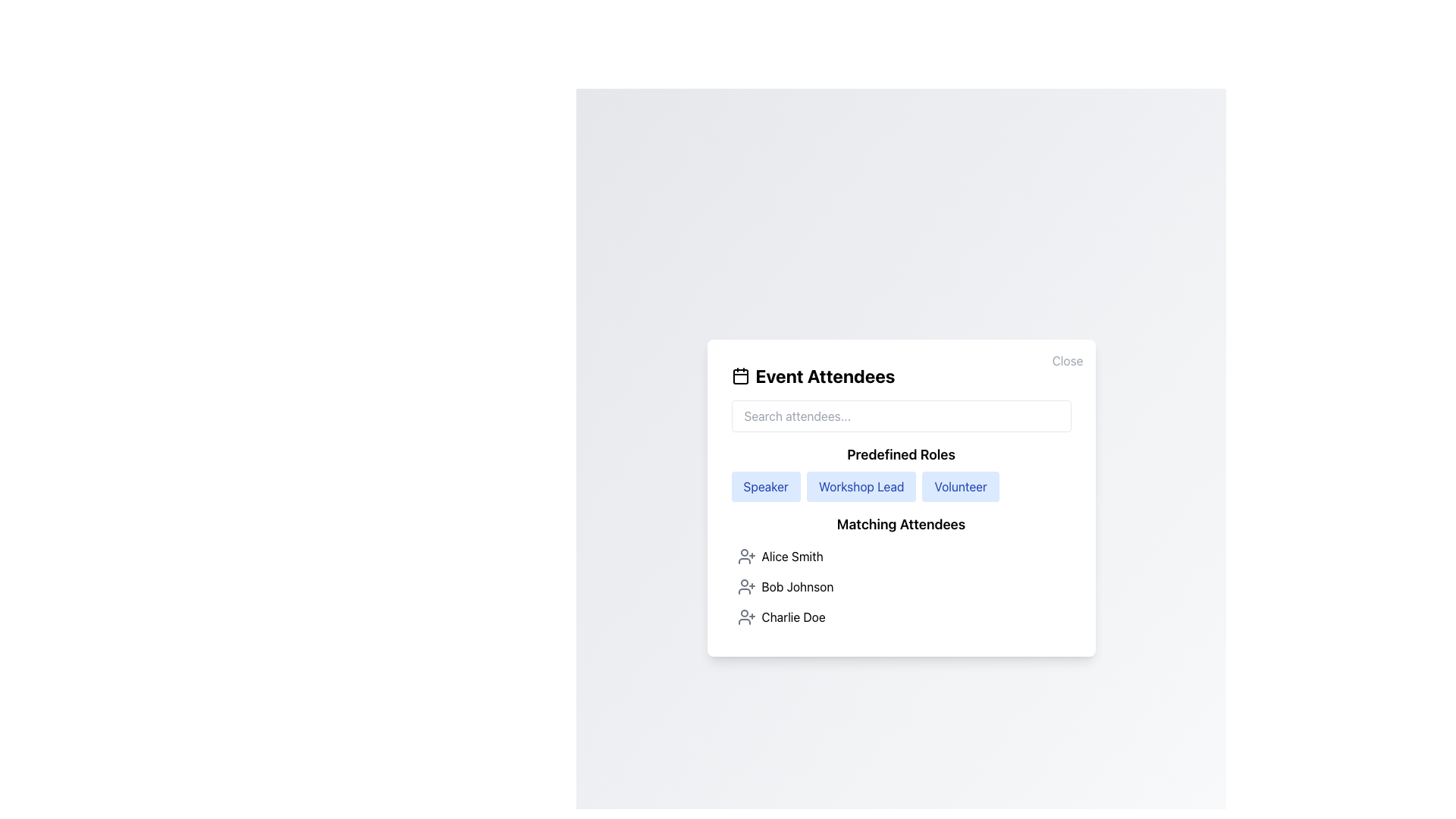 This screenshot has width=1456, height=819. What do you see at coordinates (901, 523) in the screenshot?
I see `the bold text label 'Matching Attendees' that is centrally located within the card interface, positioned above the list of attendee names` at bounding box center [901, 523].